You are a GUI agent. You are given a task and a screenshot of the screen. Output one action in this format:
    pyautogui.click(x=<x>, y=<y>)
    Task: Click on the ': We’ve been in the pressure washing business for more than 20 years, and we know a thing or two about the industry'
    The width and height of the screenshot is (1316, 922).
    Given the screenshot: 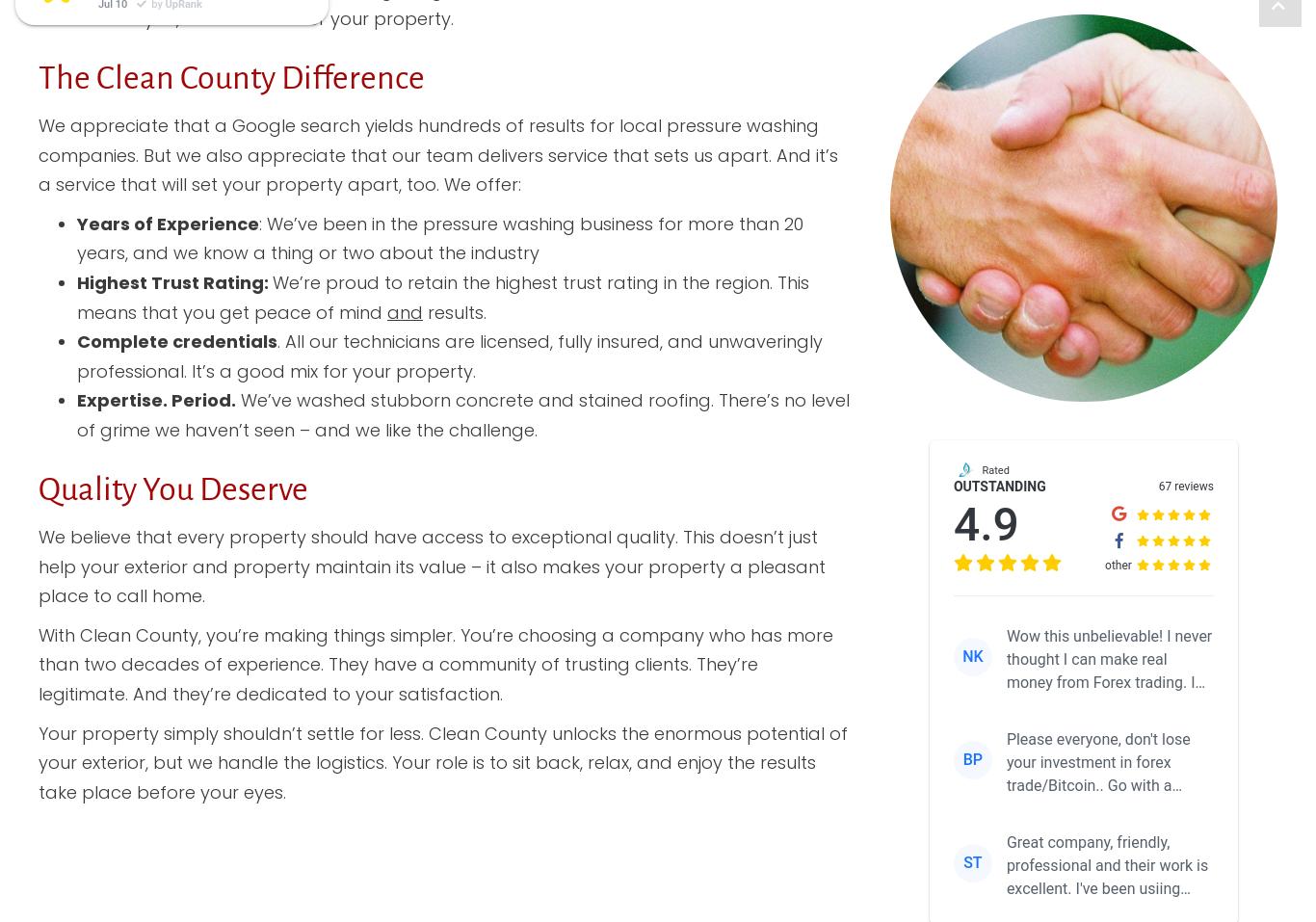 What is the action you would take?
    pyautogui.click(x=440, y=237)
    